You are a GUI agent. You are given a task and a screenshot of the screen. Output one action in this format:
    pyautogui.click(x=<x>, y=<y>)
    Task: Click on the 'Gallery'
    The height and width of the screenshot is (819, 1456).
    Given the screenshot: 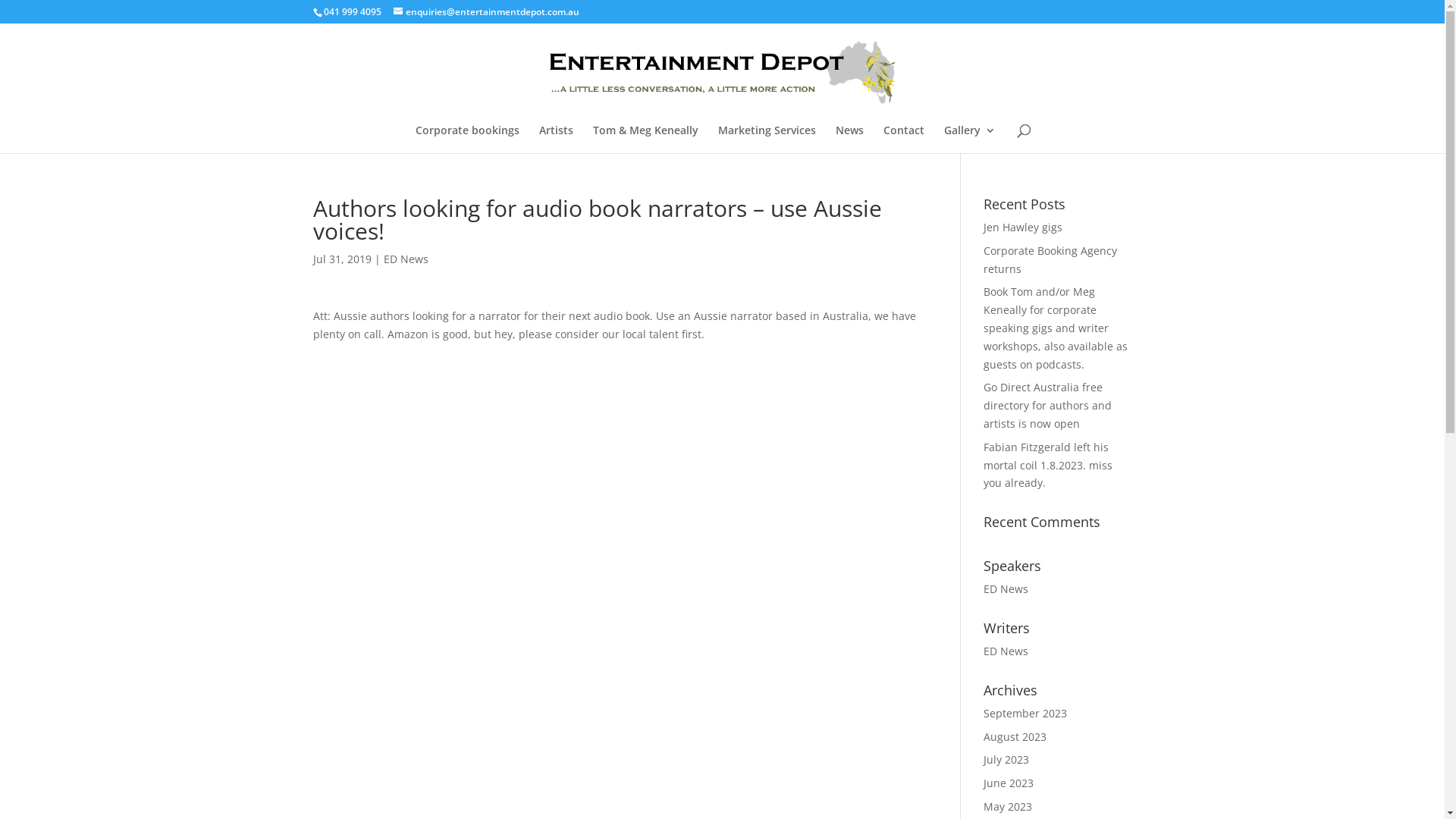 What is the action you would take?
    pyautogui.click(x=943, y=139)
    